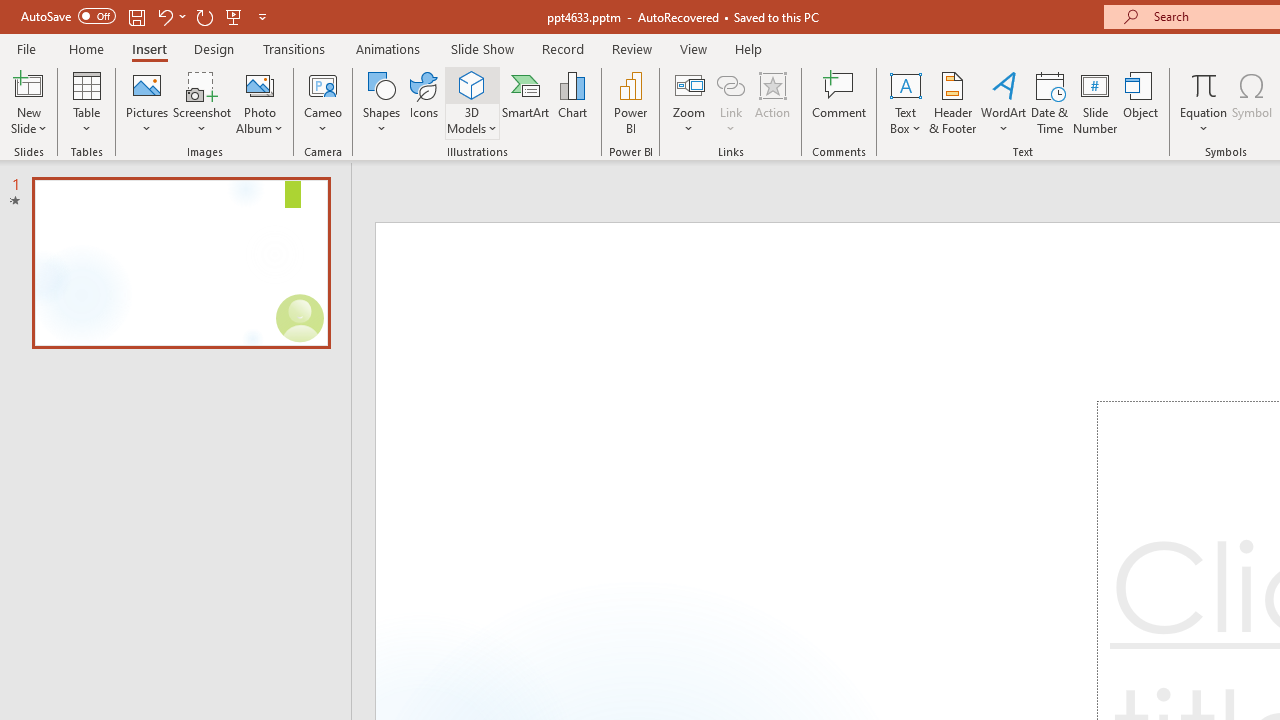  Describe the element at coordinates (202, 103) in the screenshot. I see `'Screenshot'` at that location.